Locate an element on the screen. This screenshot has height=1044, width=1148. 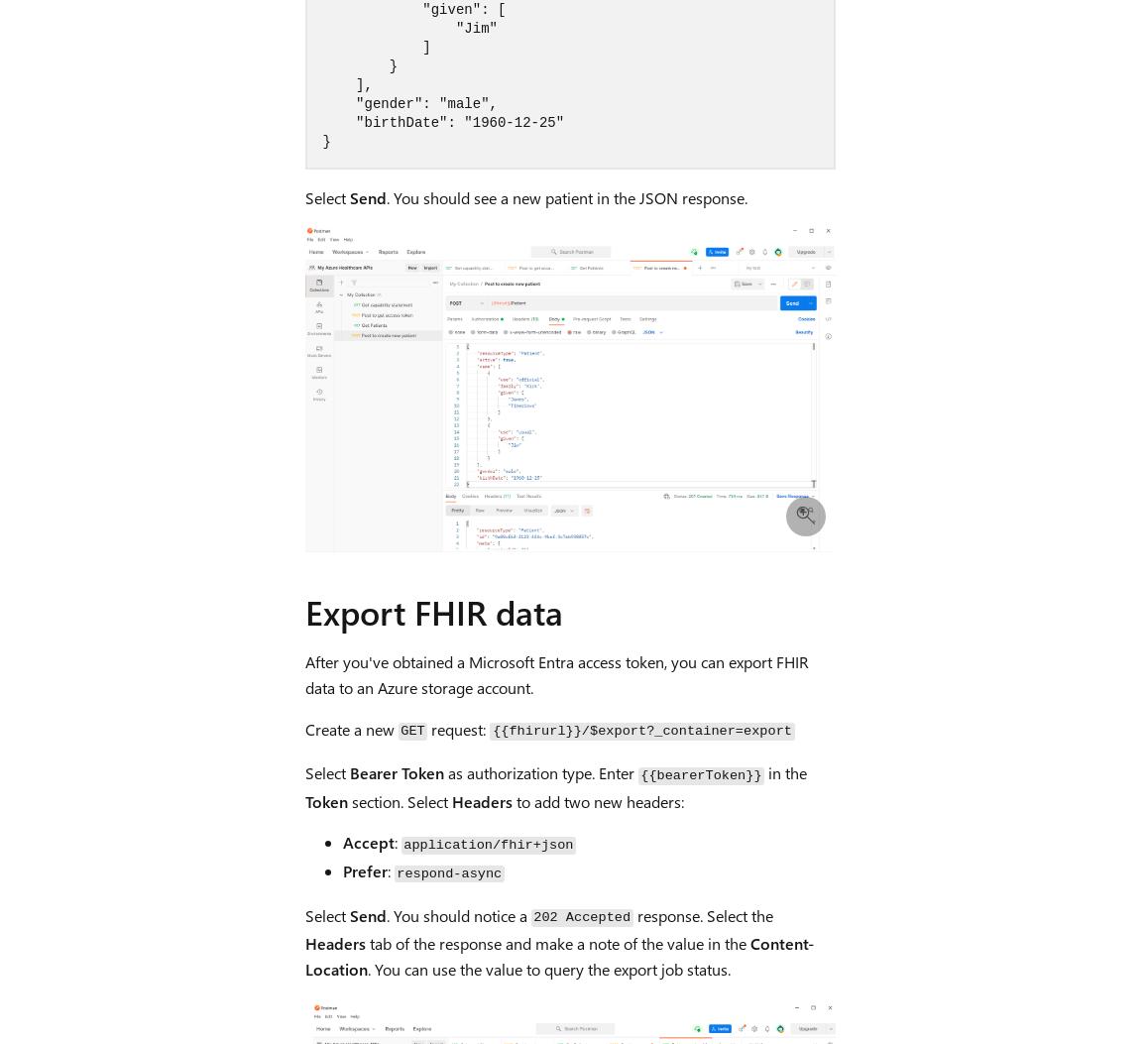
'. You should see a new patient in the JSON response.' is located at coordinates (384, 196).